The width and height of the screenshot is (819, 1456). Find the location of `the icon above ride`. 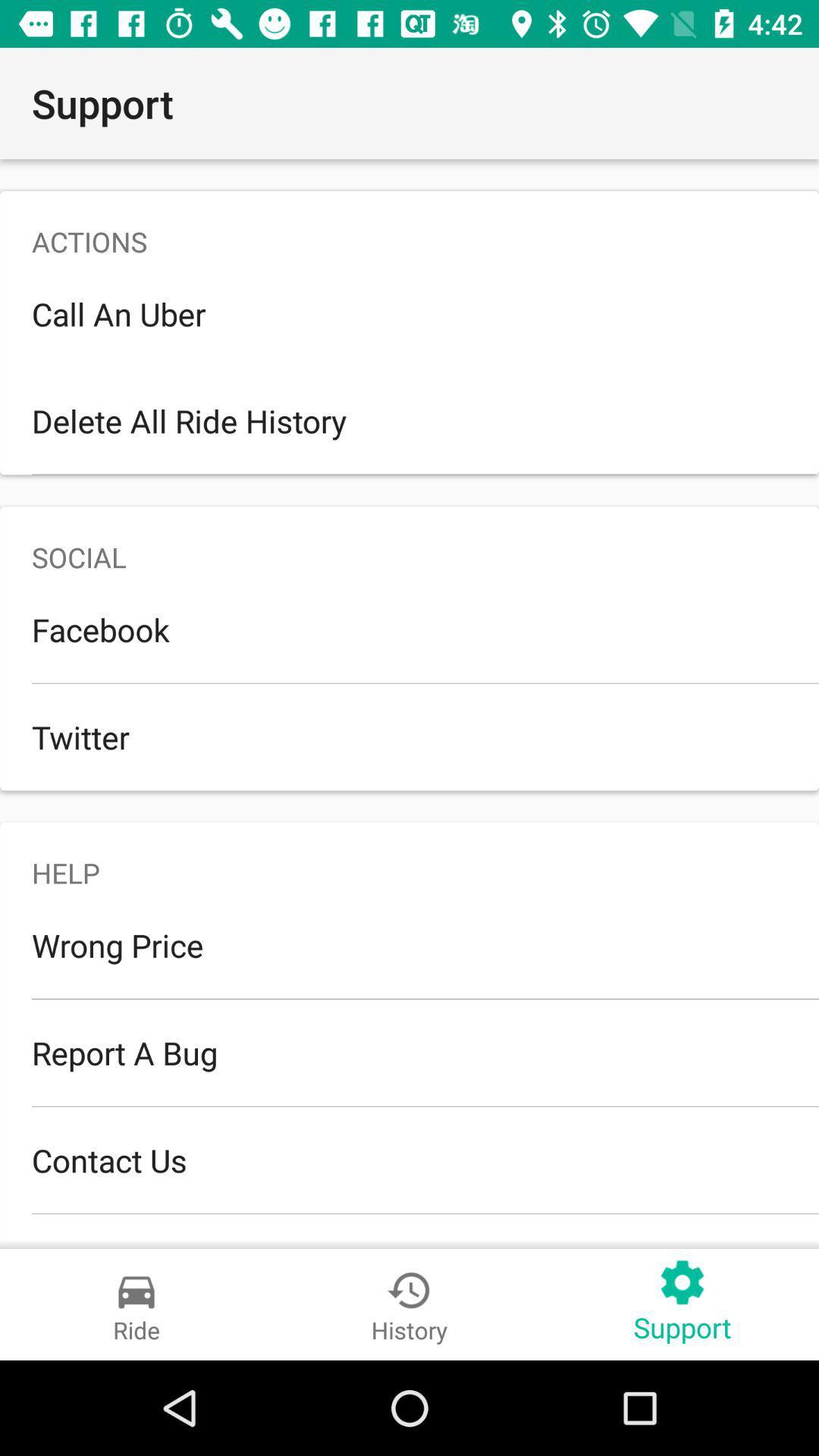

the icon above ride is located at coordinates (136, 1289).